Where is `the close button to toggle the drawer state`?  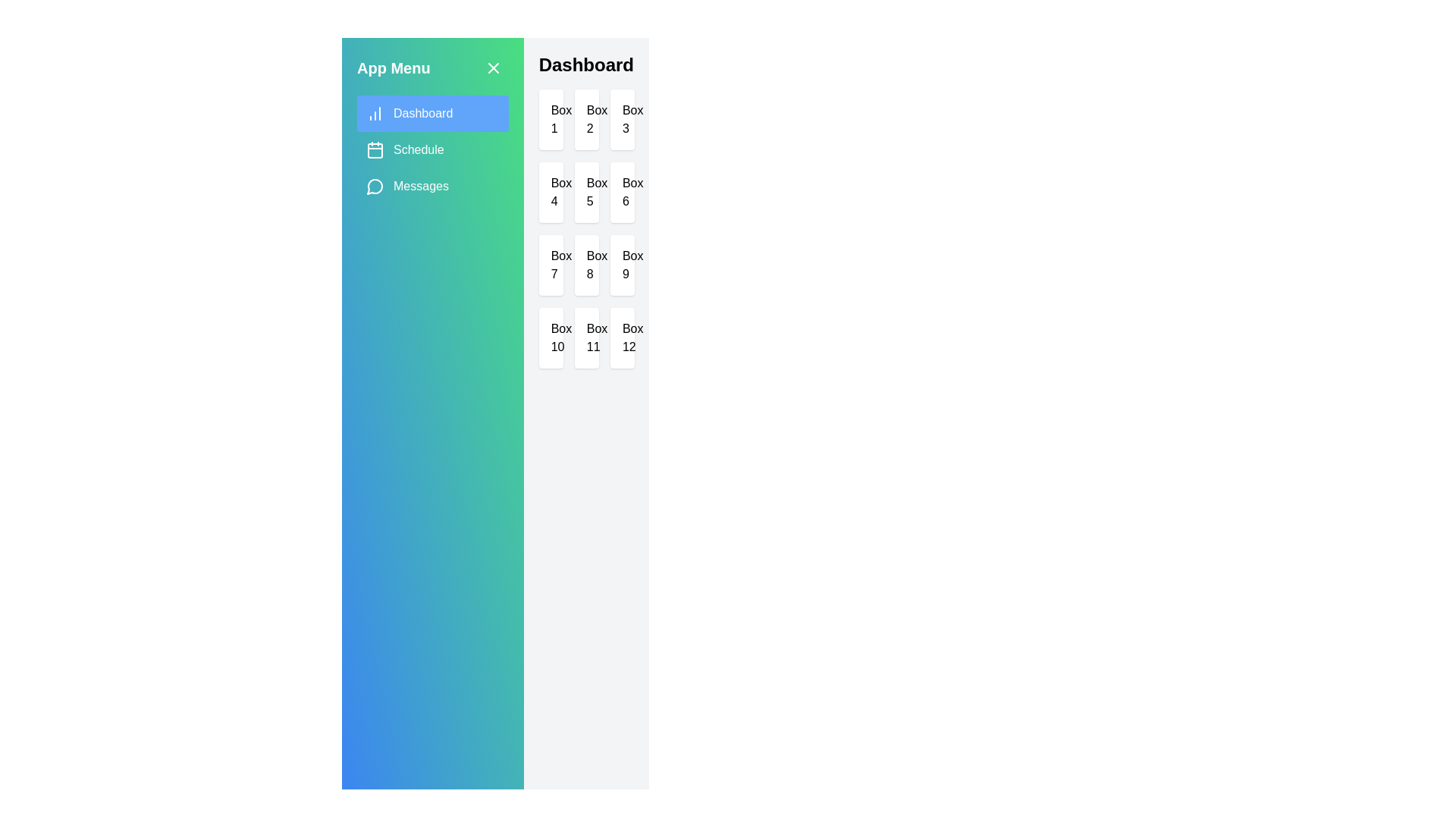 the close button to toggle the drawer state is located at coordinates (492, 67).